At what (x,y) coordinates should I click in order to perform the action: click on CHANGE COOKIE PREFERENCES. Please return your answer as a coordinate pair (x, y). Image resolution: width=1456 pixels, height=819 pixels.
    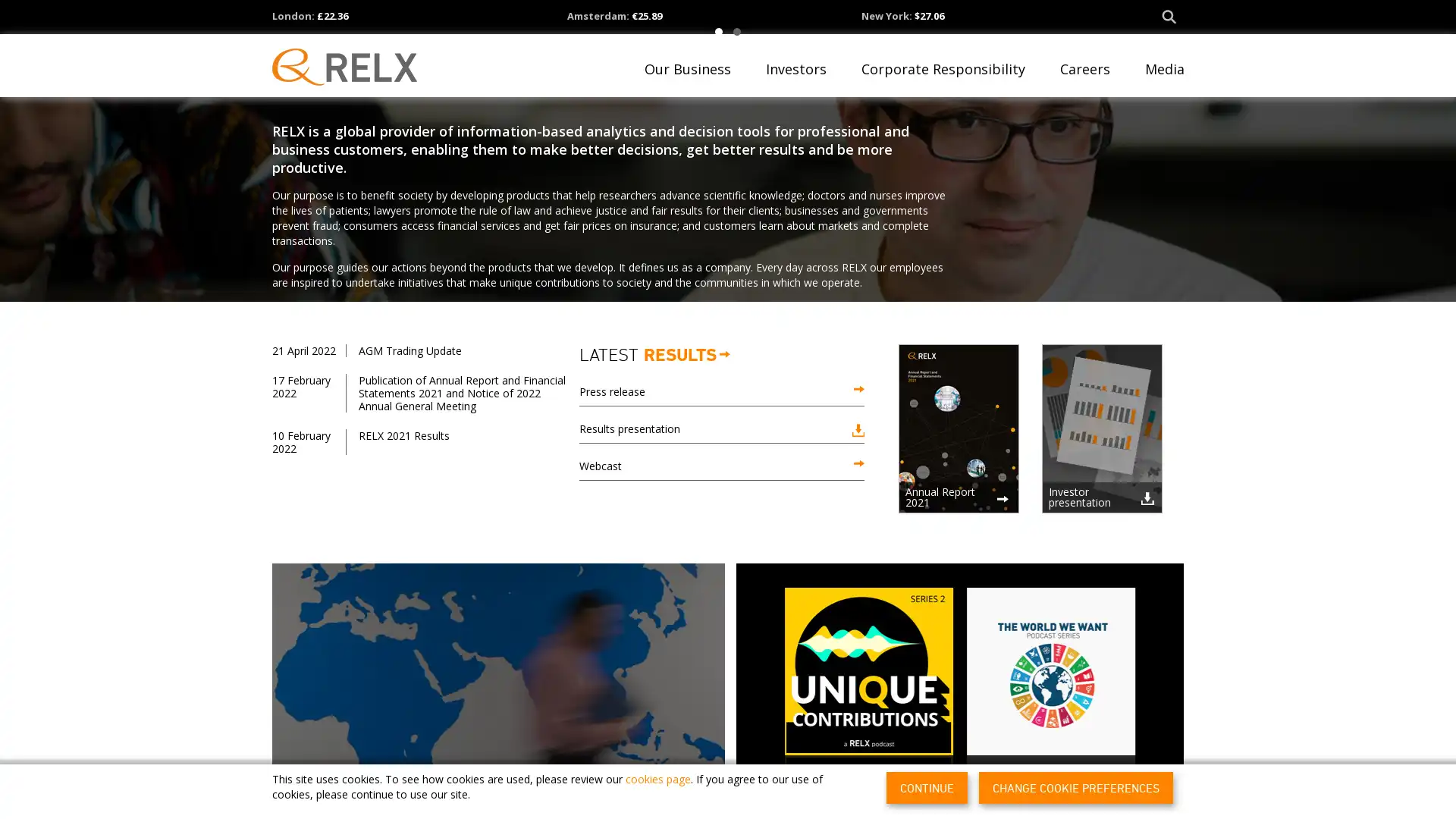
    Looking at the image, I should click on (1075, 786).